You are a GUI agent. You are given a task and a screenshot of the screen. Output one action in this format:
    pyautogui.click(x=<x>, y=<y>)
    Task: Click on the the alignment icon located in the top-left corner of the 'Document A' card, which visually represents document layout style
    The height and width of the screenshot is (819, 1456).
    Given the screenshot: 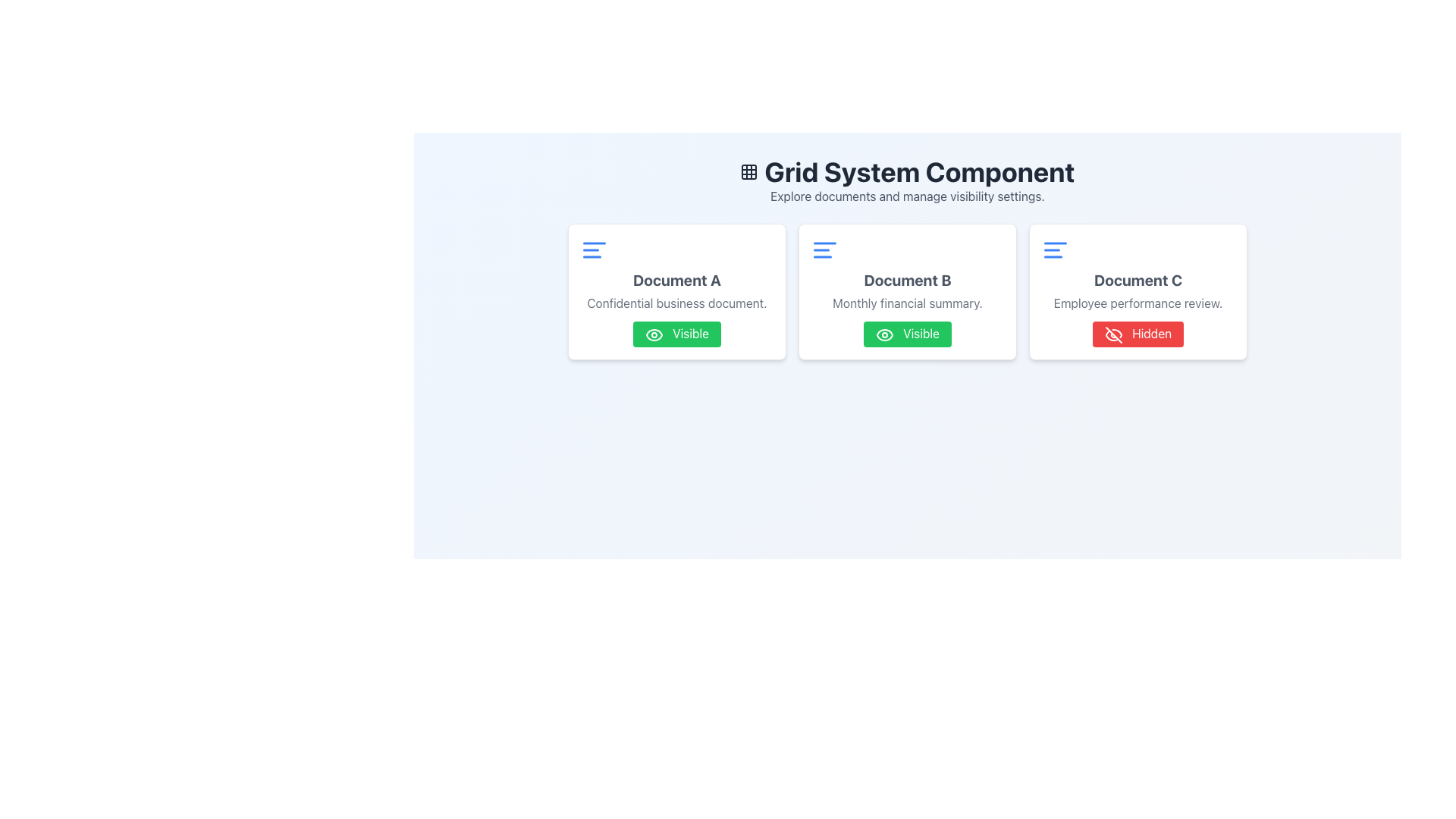 What is the action you would take?
    pyautogui.click(x=593, y=249)
    